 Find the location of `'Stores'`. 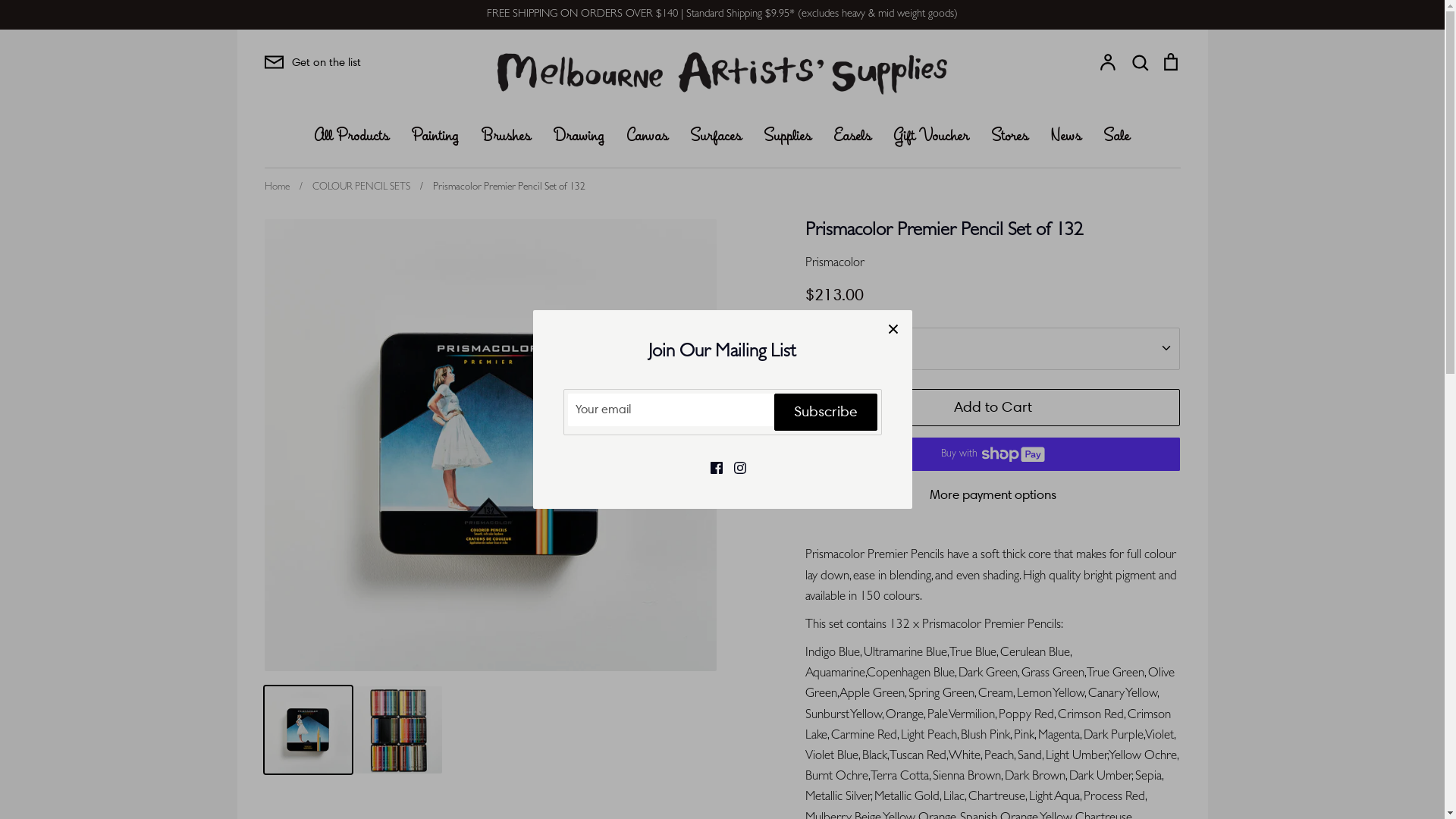

'Stores' is located at coordinates (1010, 136).